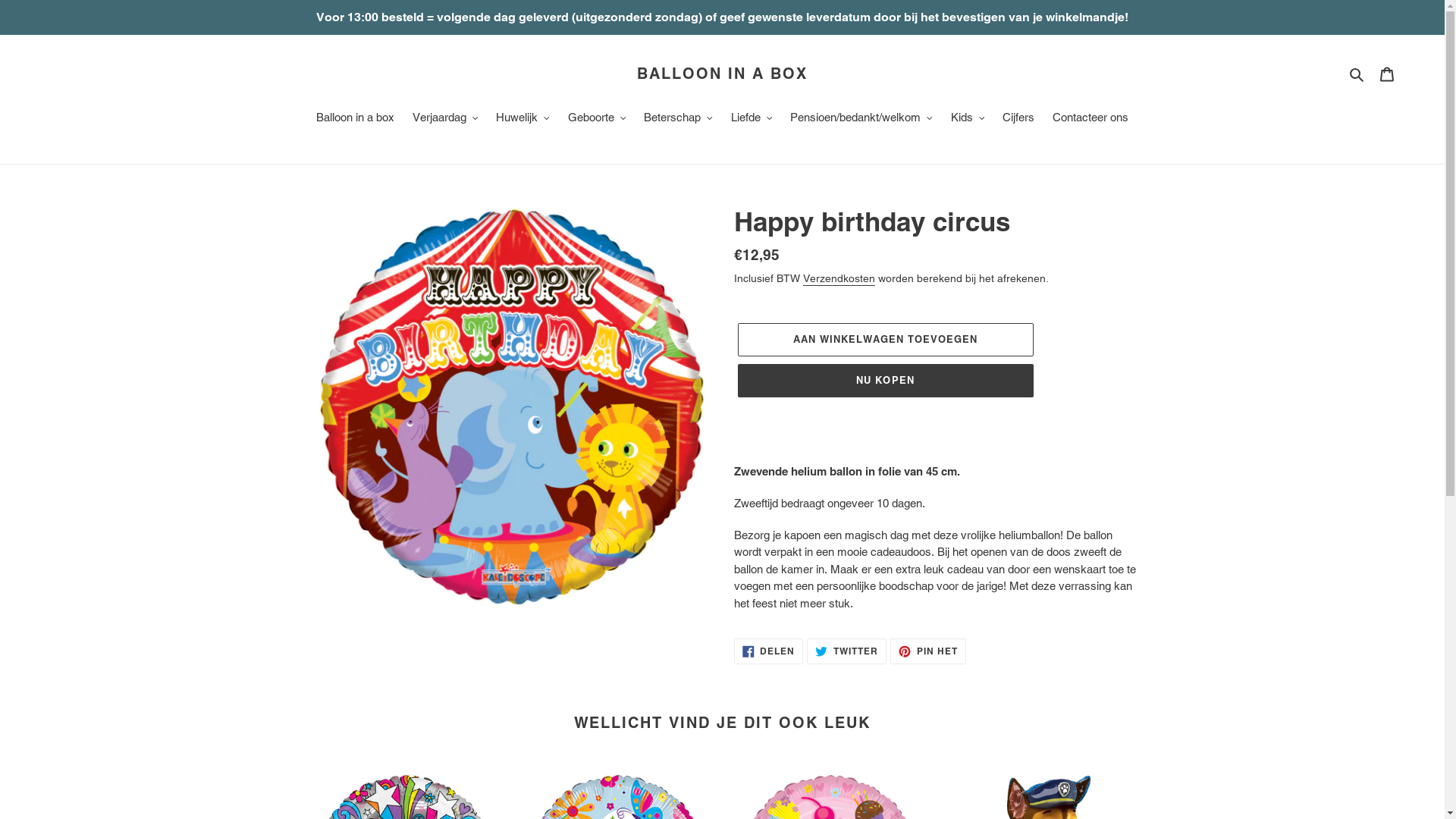 The image size is (1456, 819). What do you see at coordinates (1386, 74) in the screenshot?
I see `'Winkelwagen'` at bounding box center [1386, 74].